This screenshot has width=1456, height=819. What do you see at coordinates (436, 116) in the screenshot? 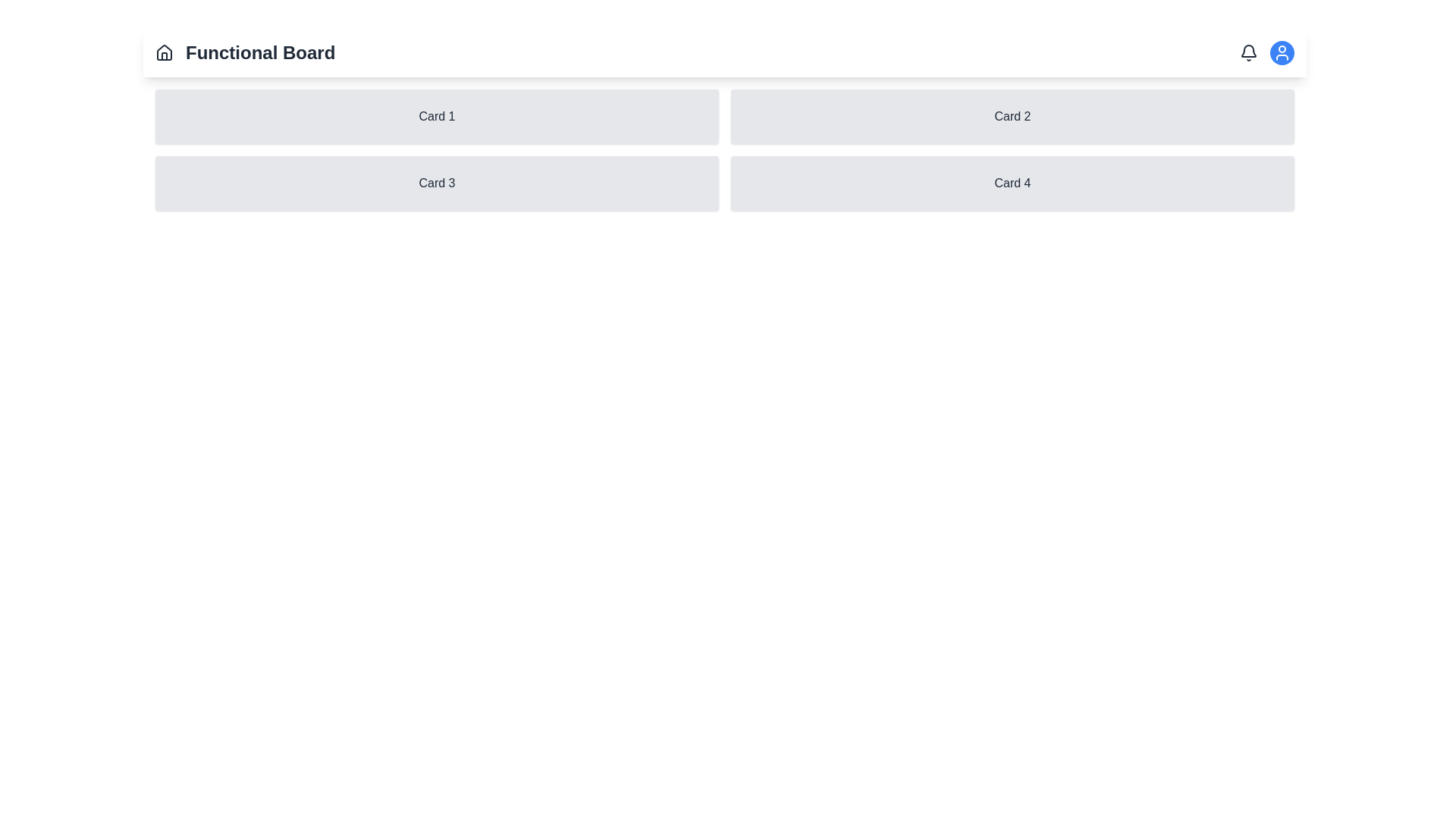
I see `the first card in the grid layout, which has a light gray background and contains the text 'Card 1' to change its background color` at bounding box center [436, 116].